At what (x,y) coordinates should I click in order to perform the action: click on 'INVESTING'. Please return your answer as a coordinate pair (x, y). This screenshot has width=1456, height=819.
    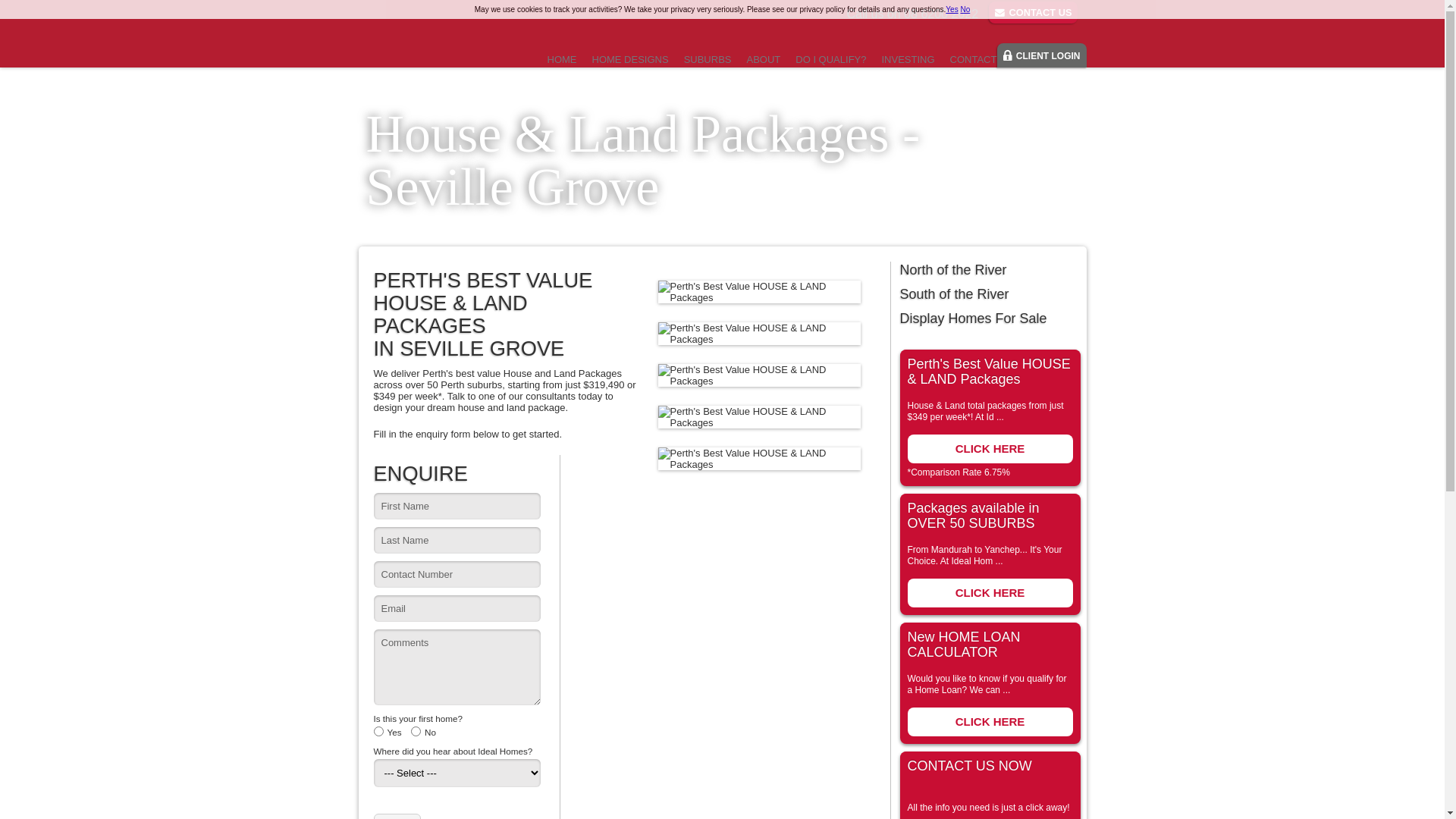
    Looking at the image, I should click on (907, 58).